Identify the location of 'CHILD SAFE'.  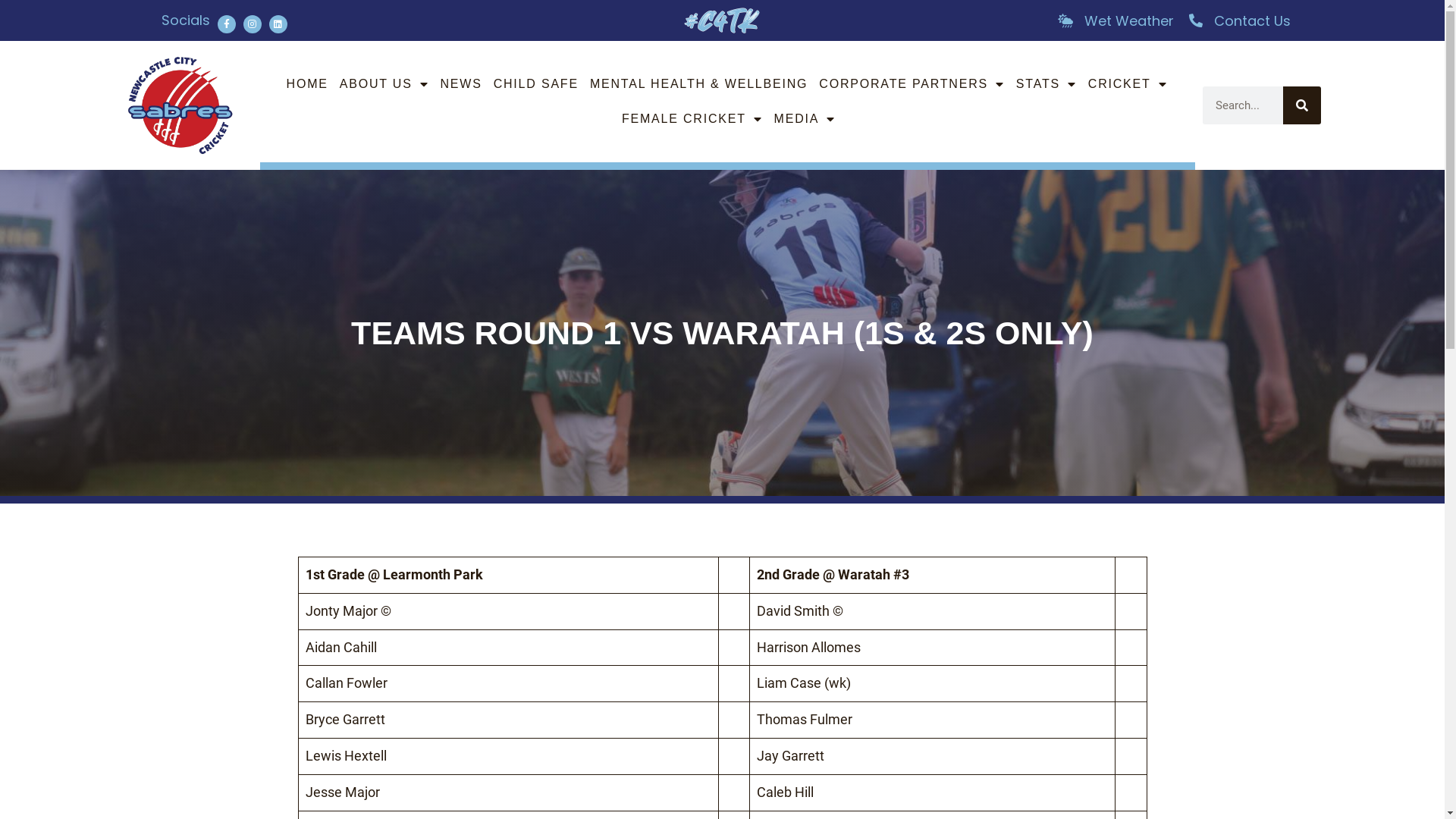
(535, 84).